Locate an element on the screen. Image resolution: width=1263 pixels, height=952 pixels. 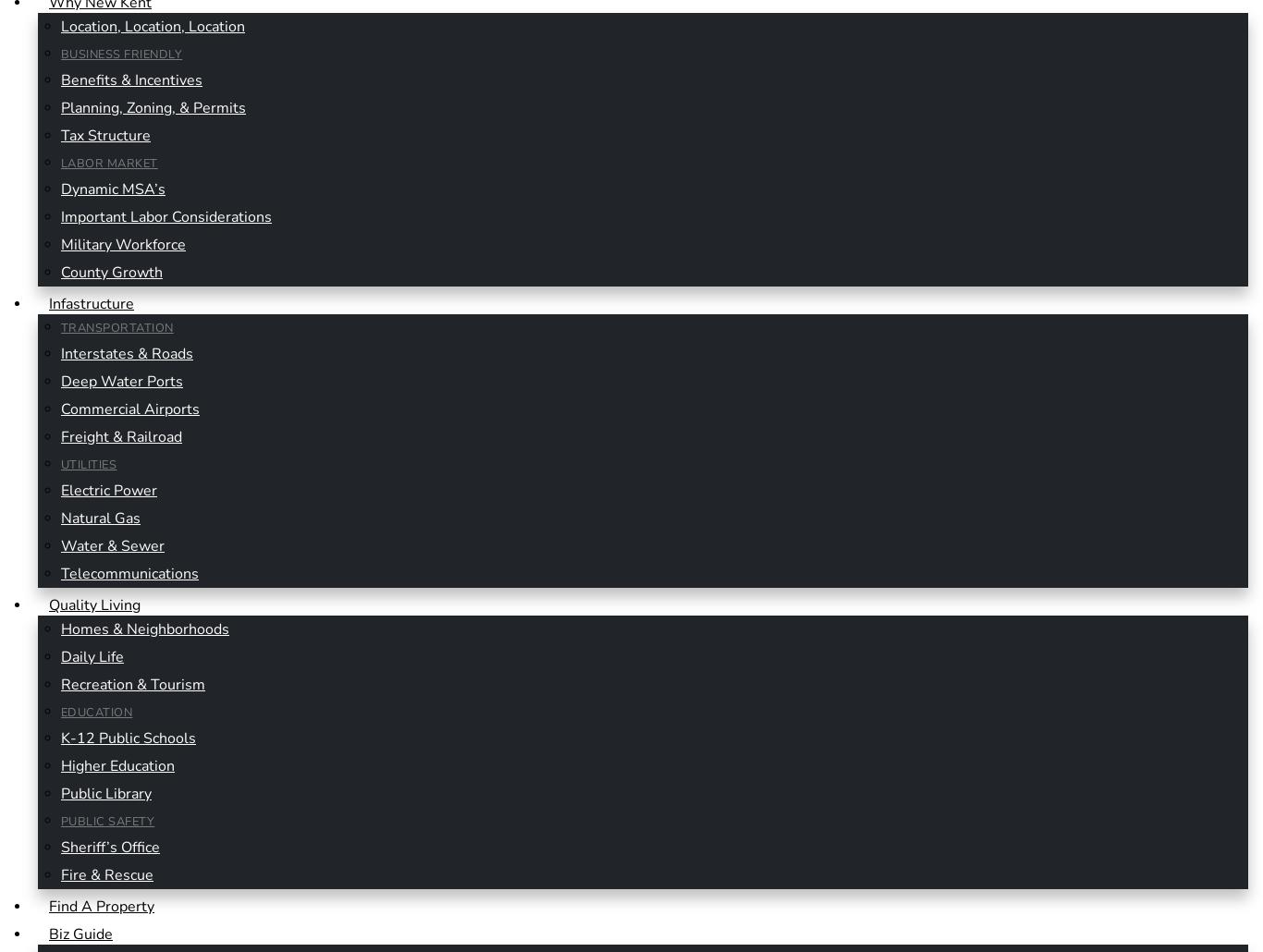
'Daily Life' is located at coordinates (60, 655).